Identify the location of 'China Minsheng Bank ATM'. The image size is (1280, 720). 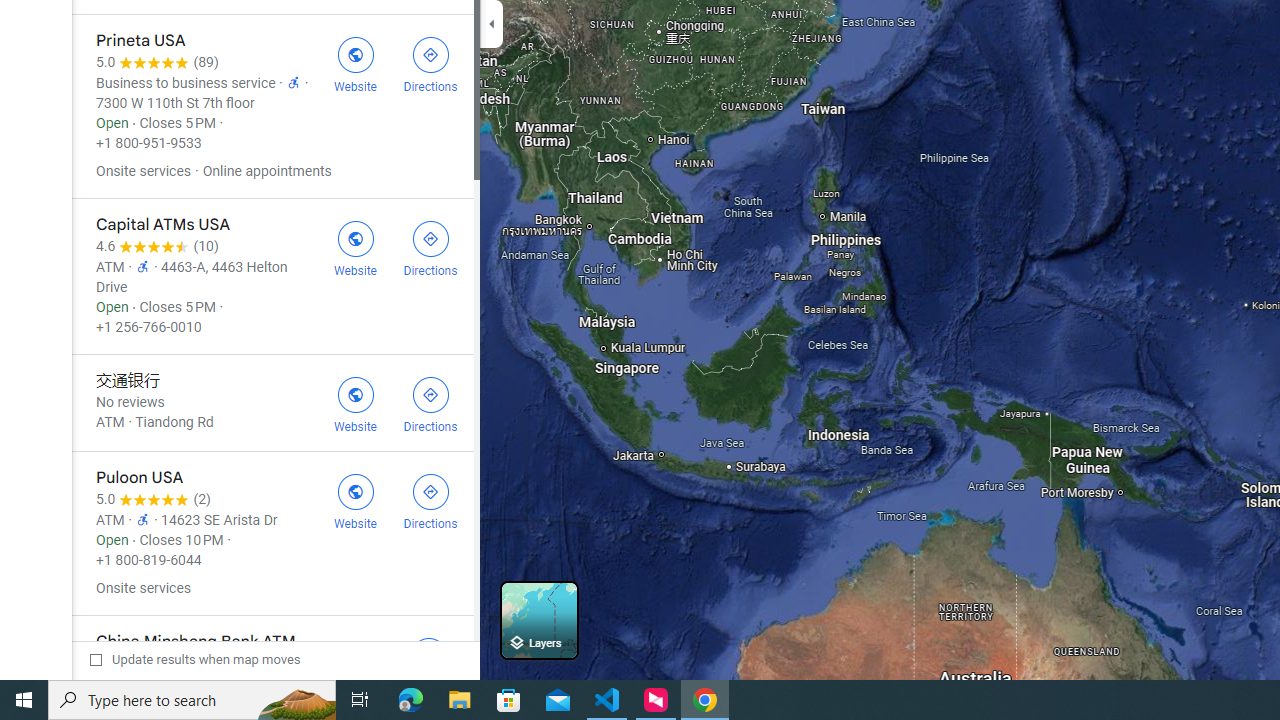
(271, 664).